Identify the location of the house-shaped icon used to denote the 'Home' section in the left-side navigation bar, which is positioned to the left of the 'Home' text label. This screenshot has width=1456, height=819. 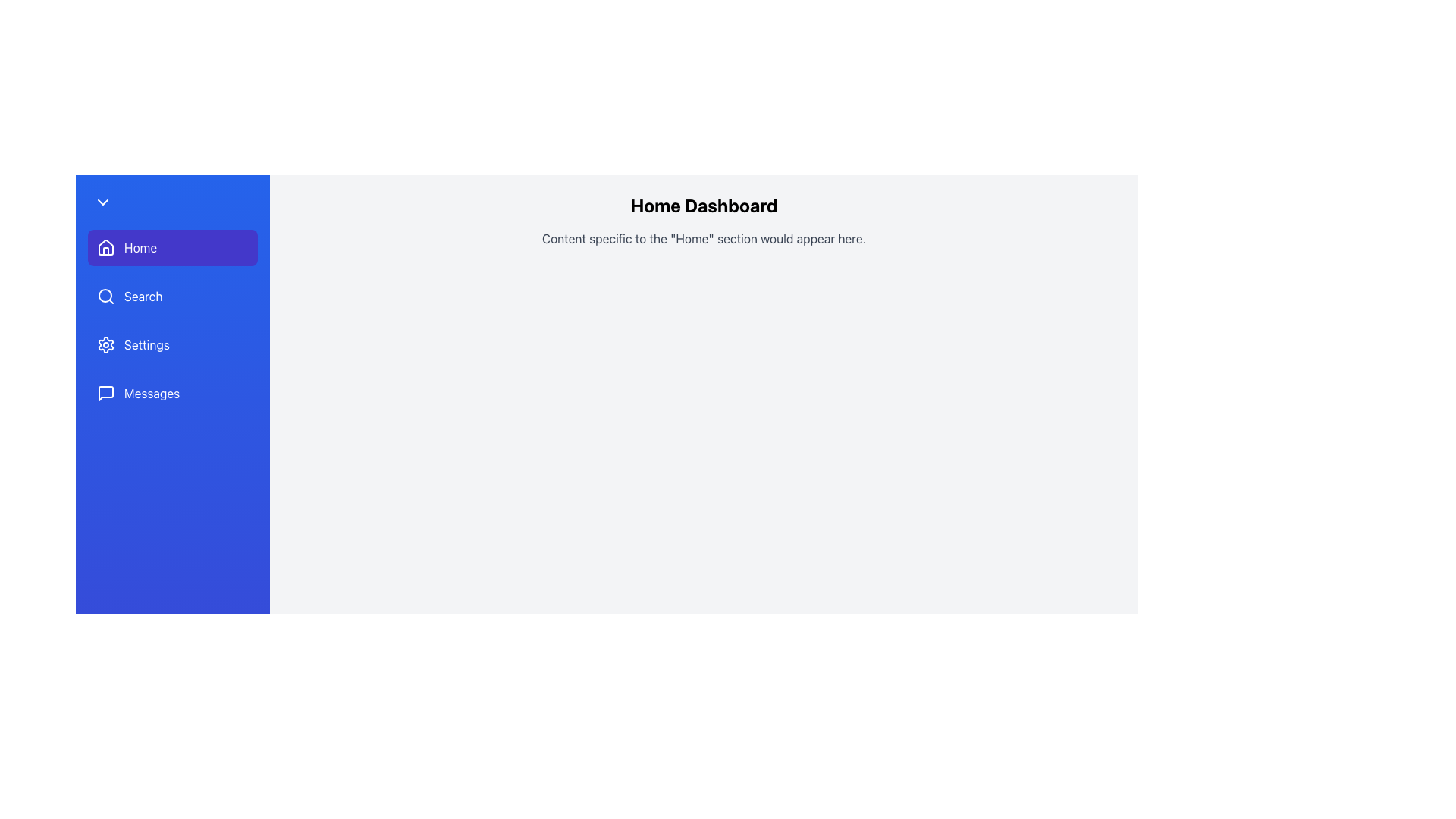
(105, 246).